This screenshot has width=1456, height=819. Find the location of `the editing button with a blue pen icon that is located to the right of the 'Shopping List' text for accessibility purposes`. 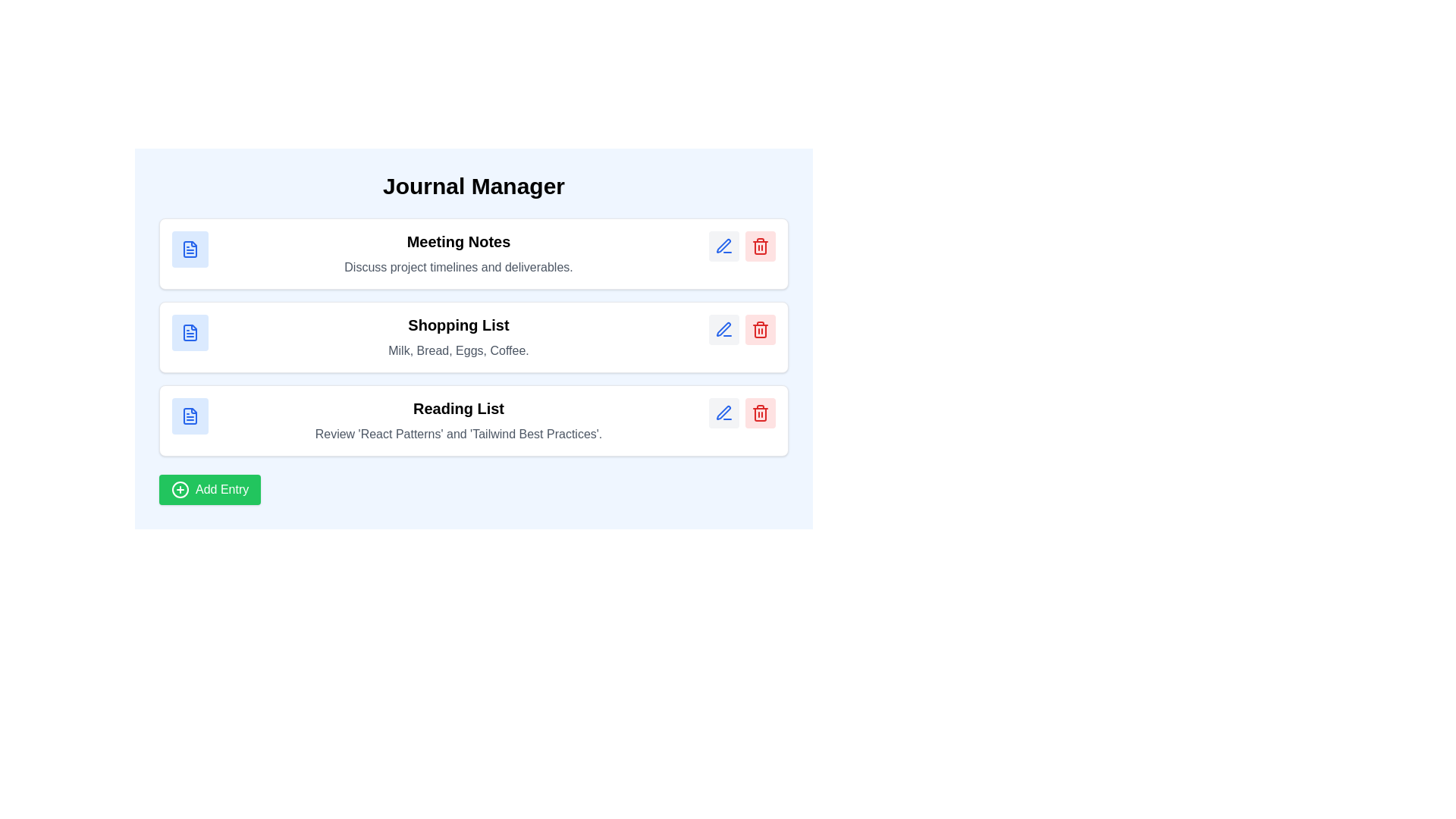

the editing button with a blue pen icon that is located to the right of the 'Shopping List' text for accessibility purposes is located at coordinates (723, 329).